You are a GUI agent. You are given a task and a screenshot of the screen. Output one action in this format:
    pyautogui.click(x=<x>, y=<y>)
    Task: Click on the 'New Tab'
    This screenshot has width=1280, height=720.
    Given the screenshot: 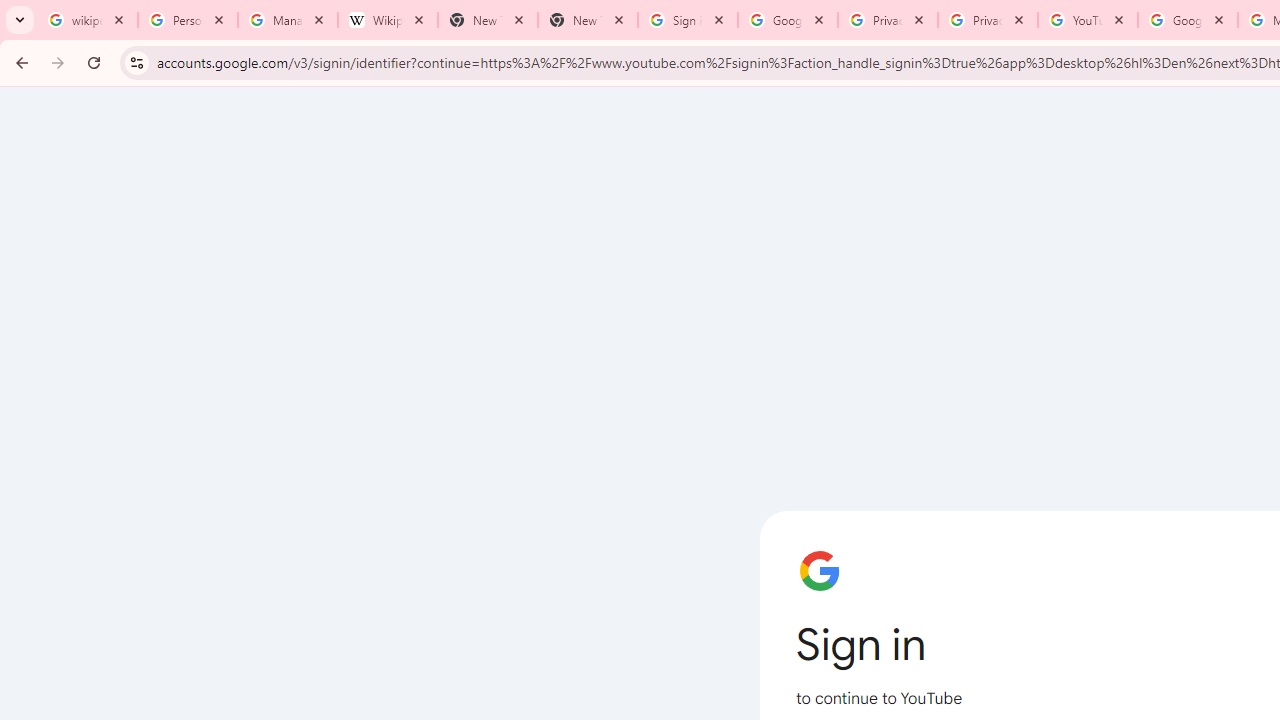 What is the action you would take?
    pyautogui.click(x=586, y=20)
    